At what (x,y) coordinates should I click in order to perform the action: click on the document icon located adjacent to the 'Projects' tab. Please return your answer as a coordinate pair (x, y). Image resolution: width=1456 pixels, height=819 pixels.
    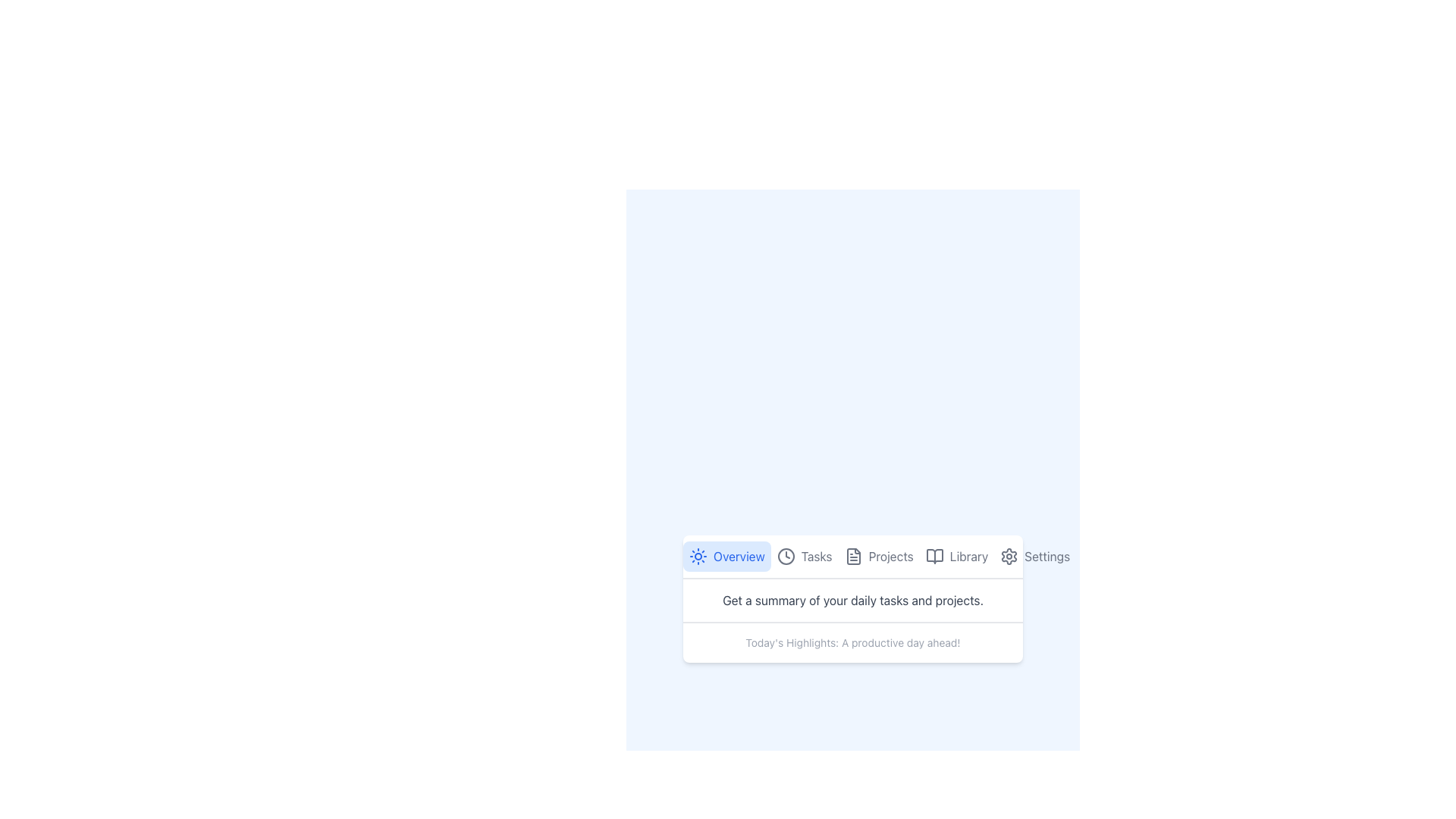
    Looking at the image, I should click on (853, 556).